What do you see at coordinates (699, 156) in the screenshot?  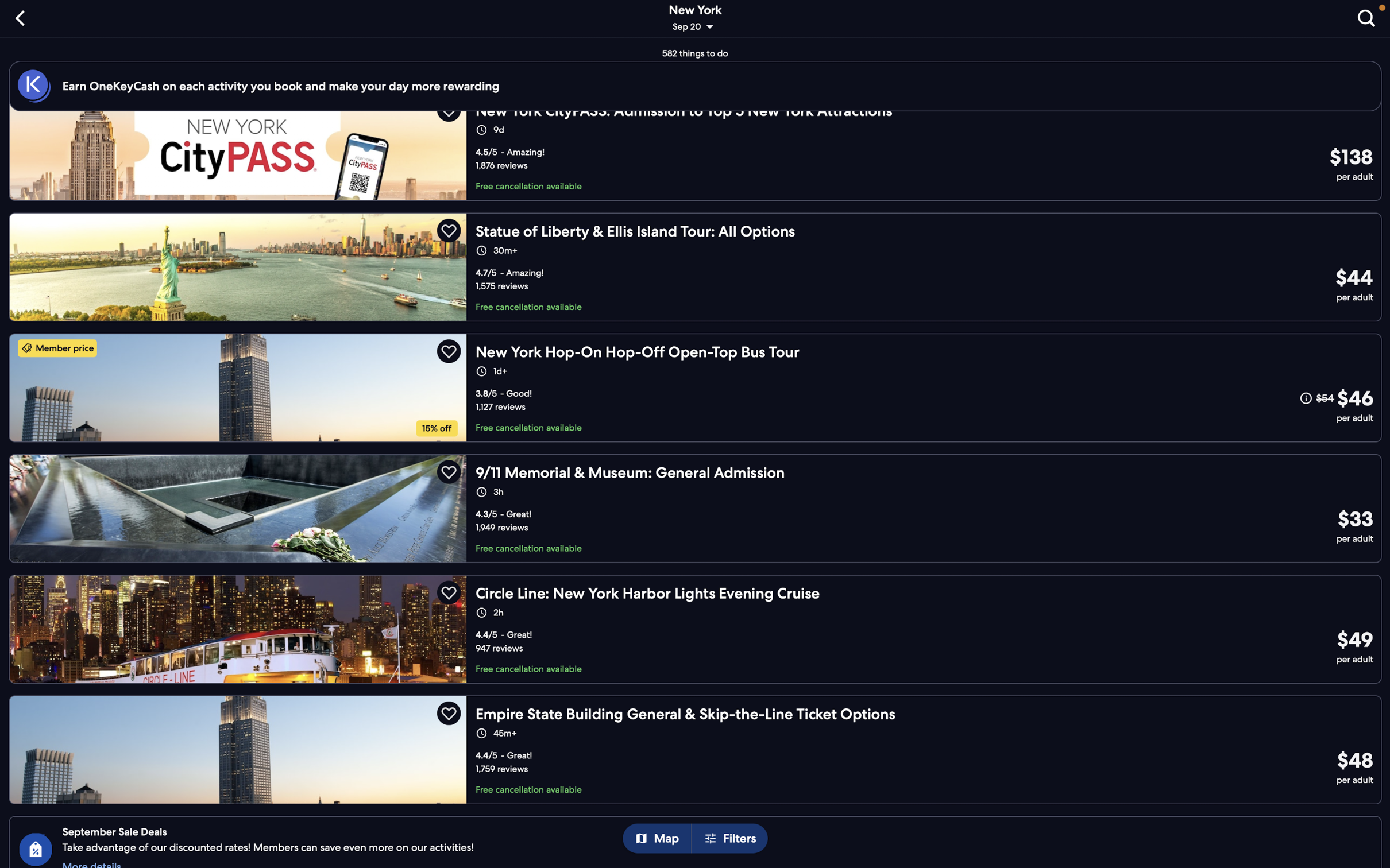 I see `Please choose the "citypass newyork" to check out the available packages` at bounding box center [699, 156].